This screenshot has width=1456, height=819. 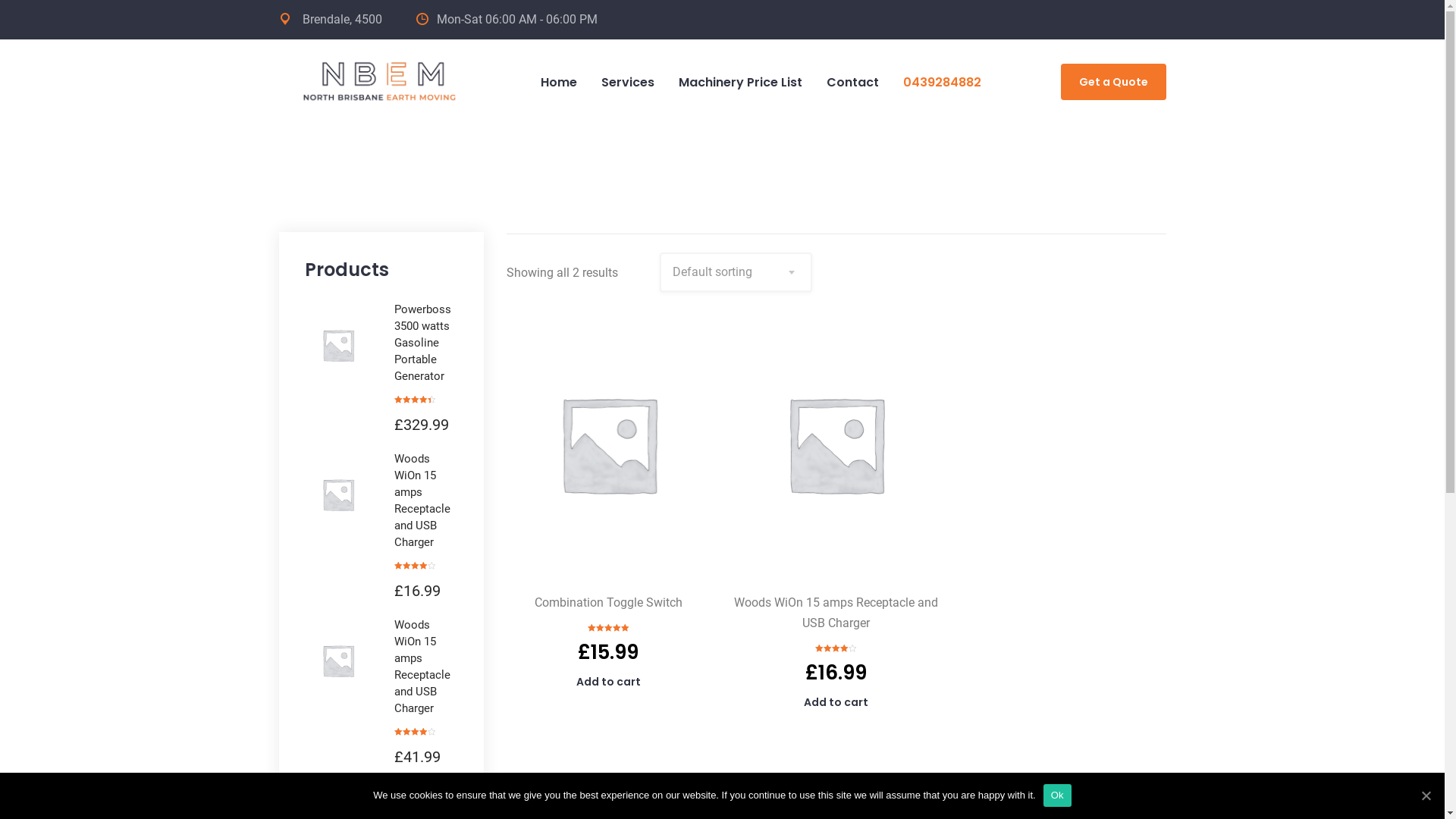 I want to click on 'Add to cart', so click(x=835, y=701).